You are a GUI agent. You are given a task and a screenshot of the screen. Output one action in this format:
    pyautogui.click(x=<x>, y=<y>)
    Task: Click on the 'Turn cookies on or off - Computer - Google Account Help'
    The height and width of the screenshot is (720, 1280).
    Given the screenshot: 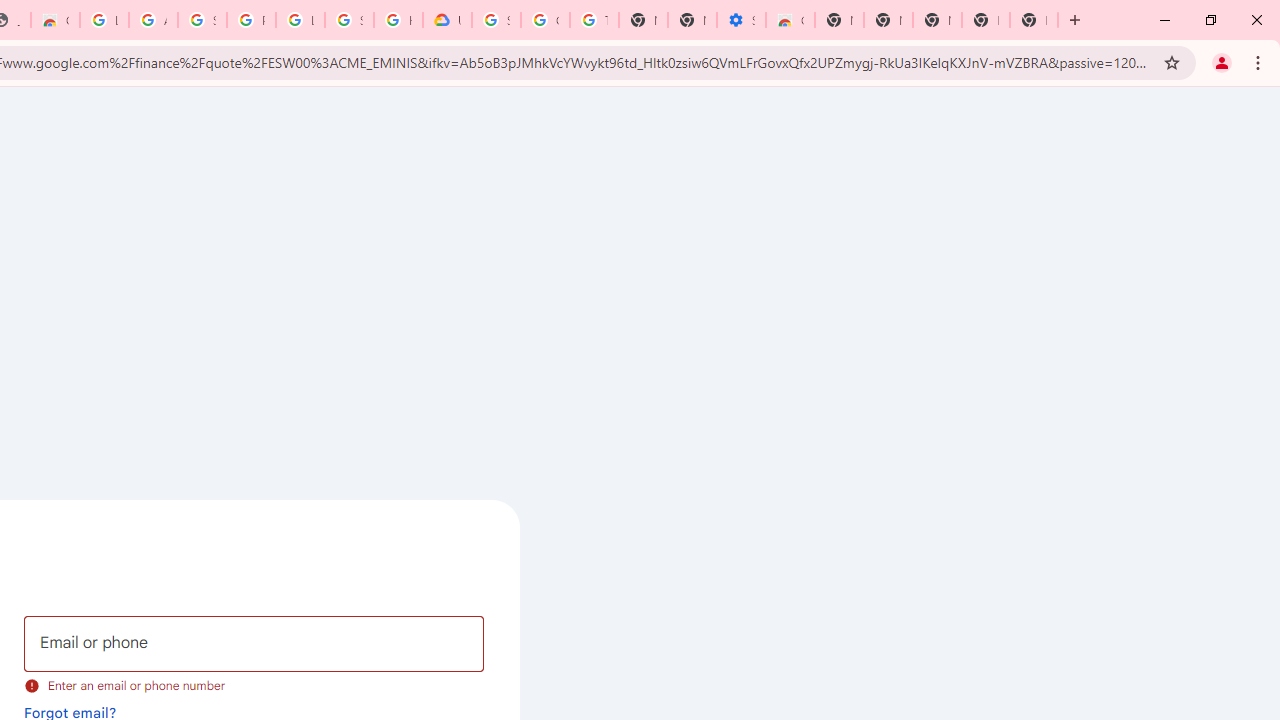 What is the action you would take?
    pyautogui.click(x=593, y=20)
    